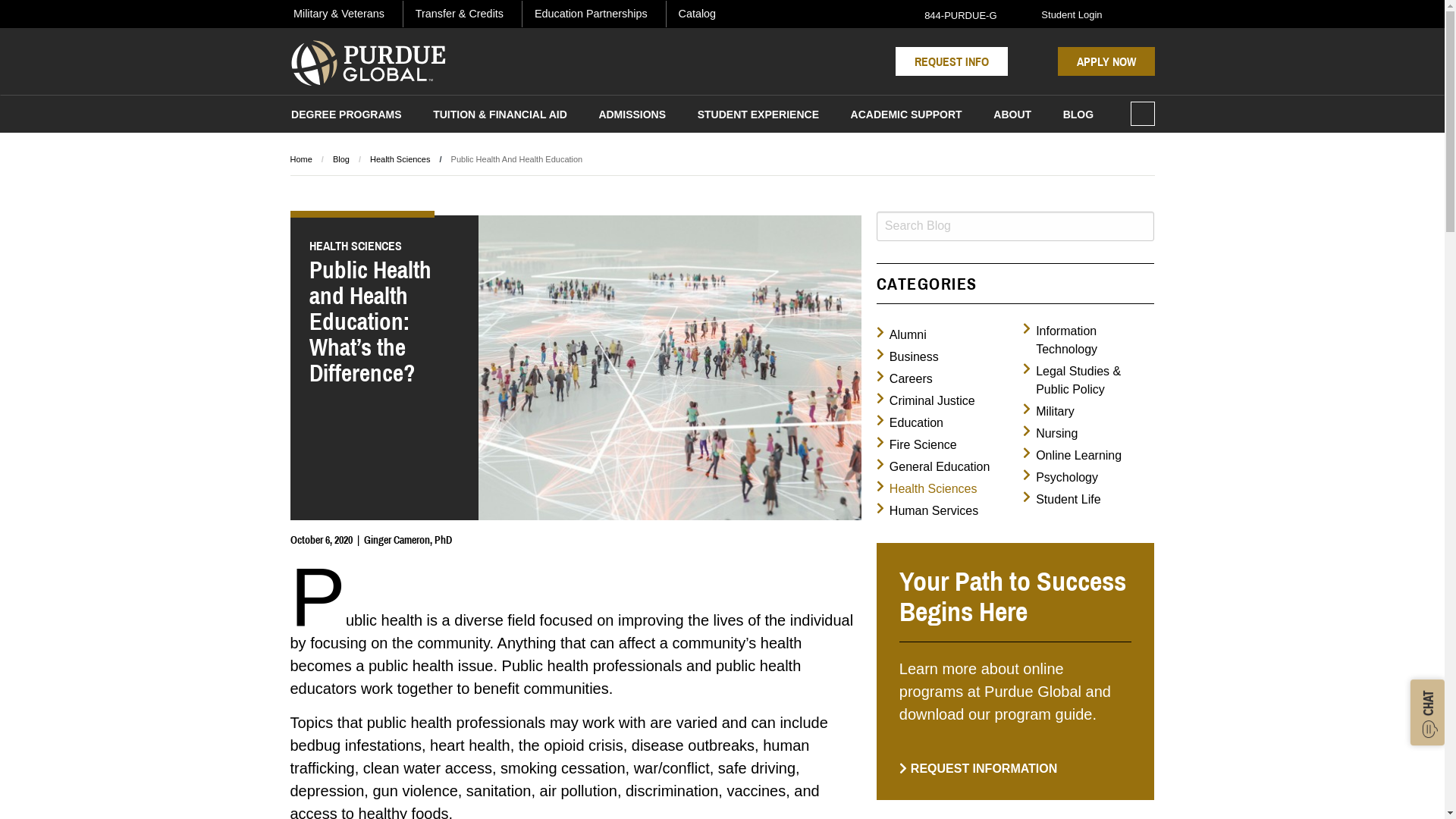 The width and height of the screenshot is (1456, 819). What do you see at coordinates (337, 14) in the screenshot?
I see `'Military & Veterans'` at bounding box center [337, 14].